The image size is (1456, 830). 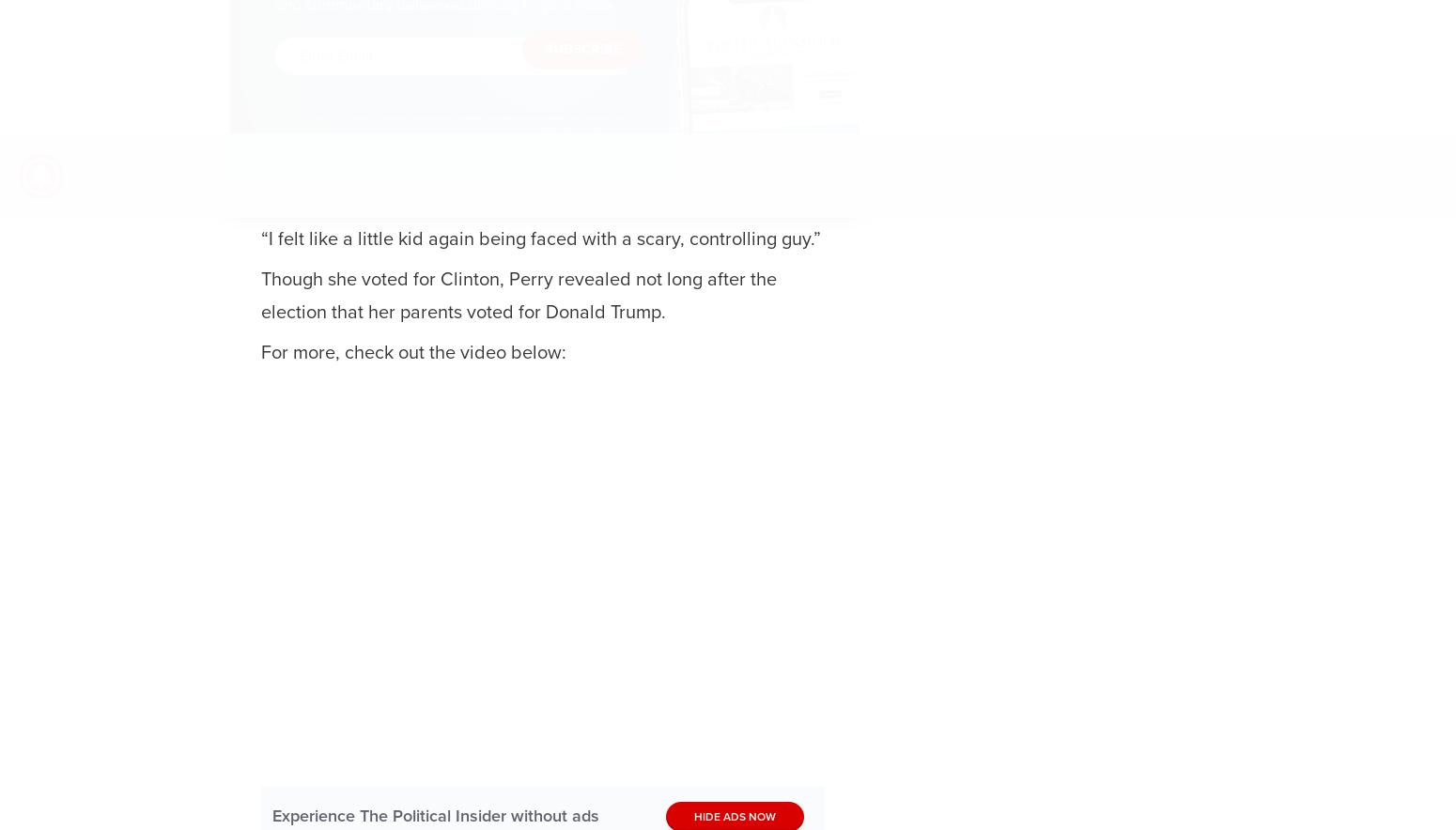 I want to click on 'terms and conditions', so click(x=448, y=129).